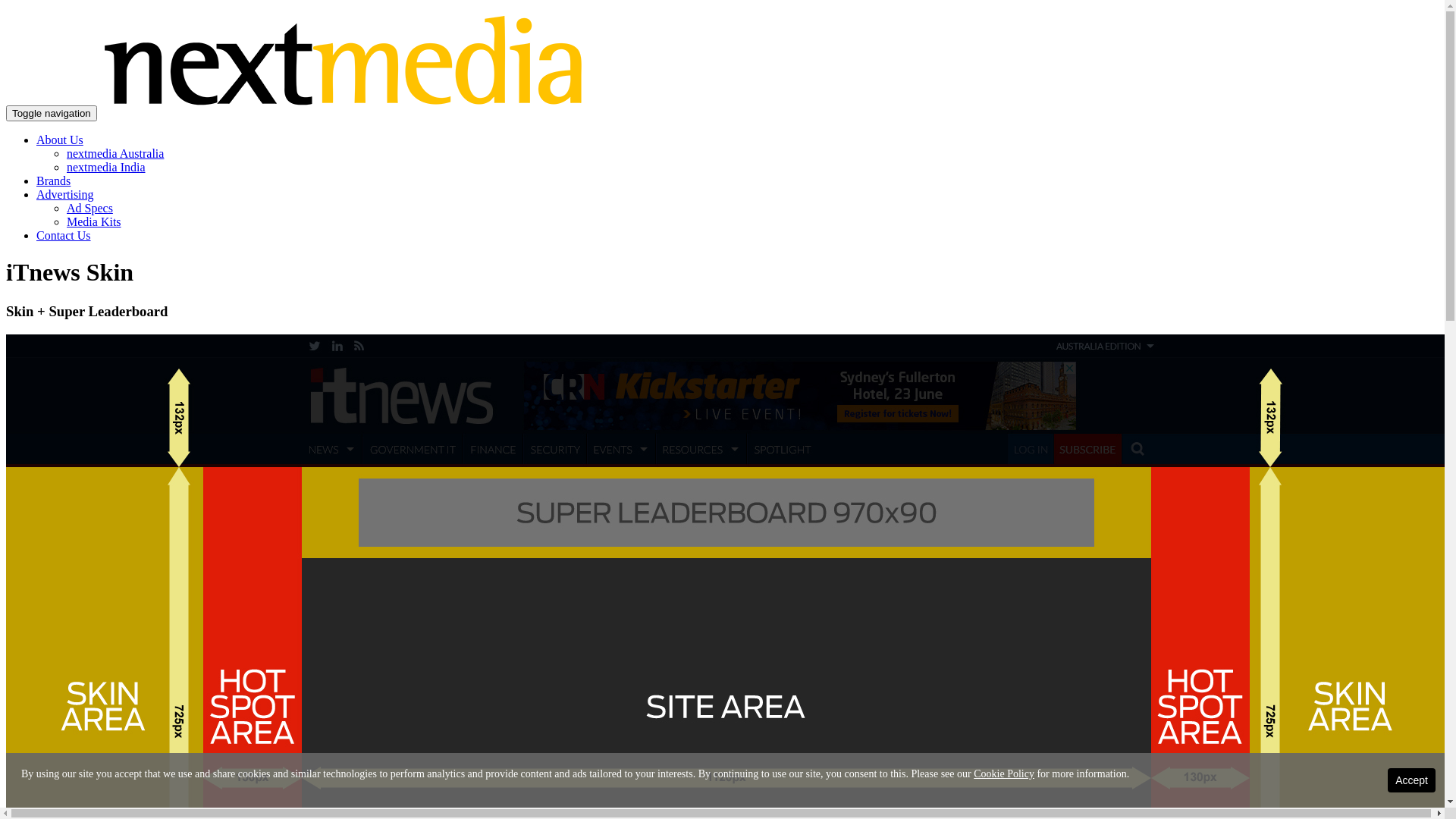  What do you see at coordinates (51, 112) in the screenshot?
I see `'Toggle navigation'` at bounding box center [51, 112].